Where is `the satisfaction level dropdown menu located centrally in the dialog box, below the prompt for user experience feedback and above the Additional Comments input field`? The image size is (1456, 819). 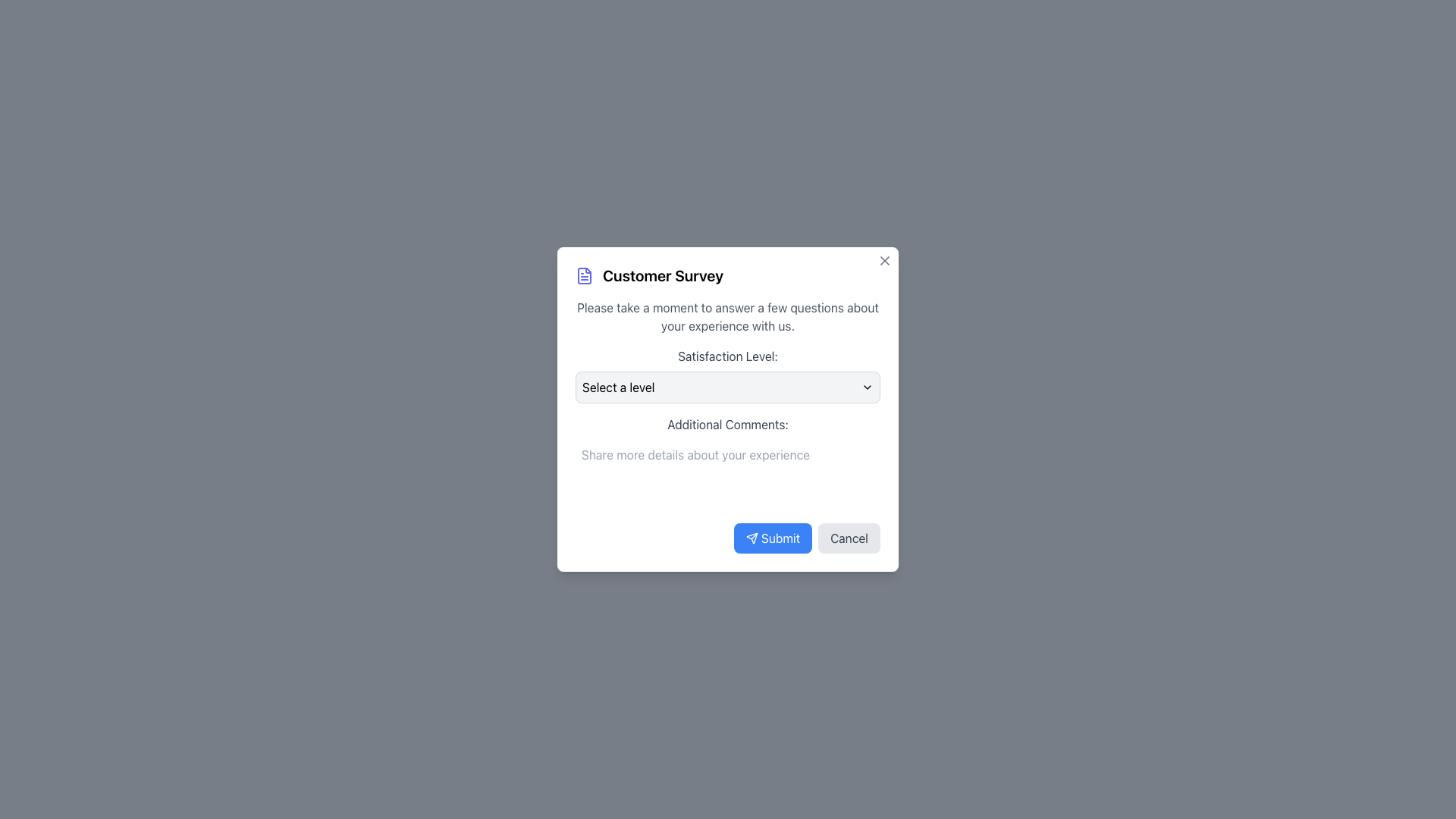
the satisfaction level dropdown menu located centrally in the dialog box, below the prompt for user experience feedback and above the Additional Comments input field is located at coordinates (728, 375).